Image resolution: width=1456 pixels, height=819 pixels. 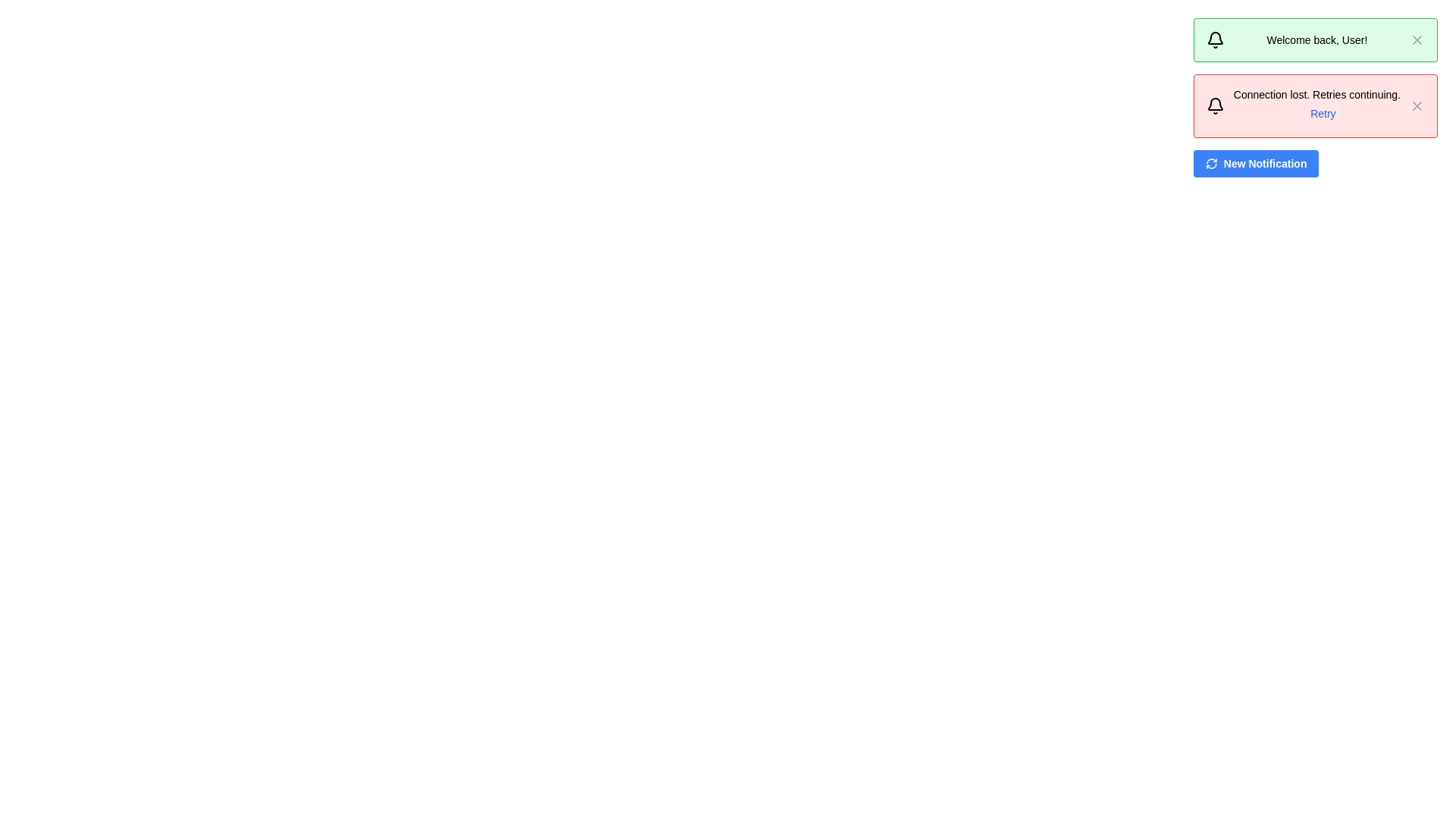 I want to click on the retry connection button located in the second notification card below the green notification titled 'Welcome back, User!' to observe any hover effects, so click(x=1314, y=105).